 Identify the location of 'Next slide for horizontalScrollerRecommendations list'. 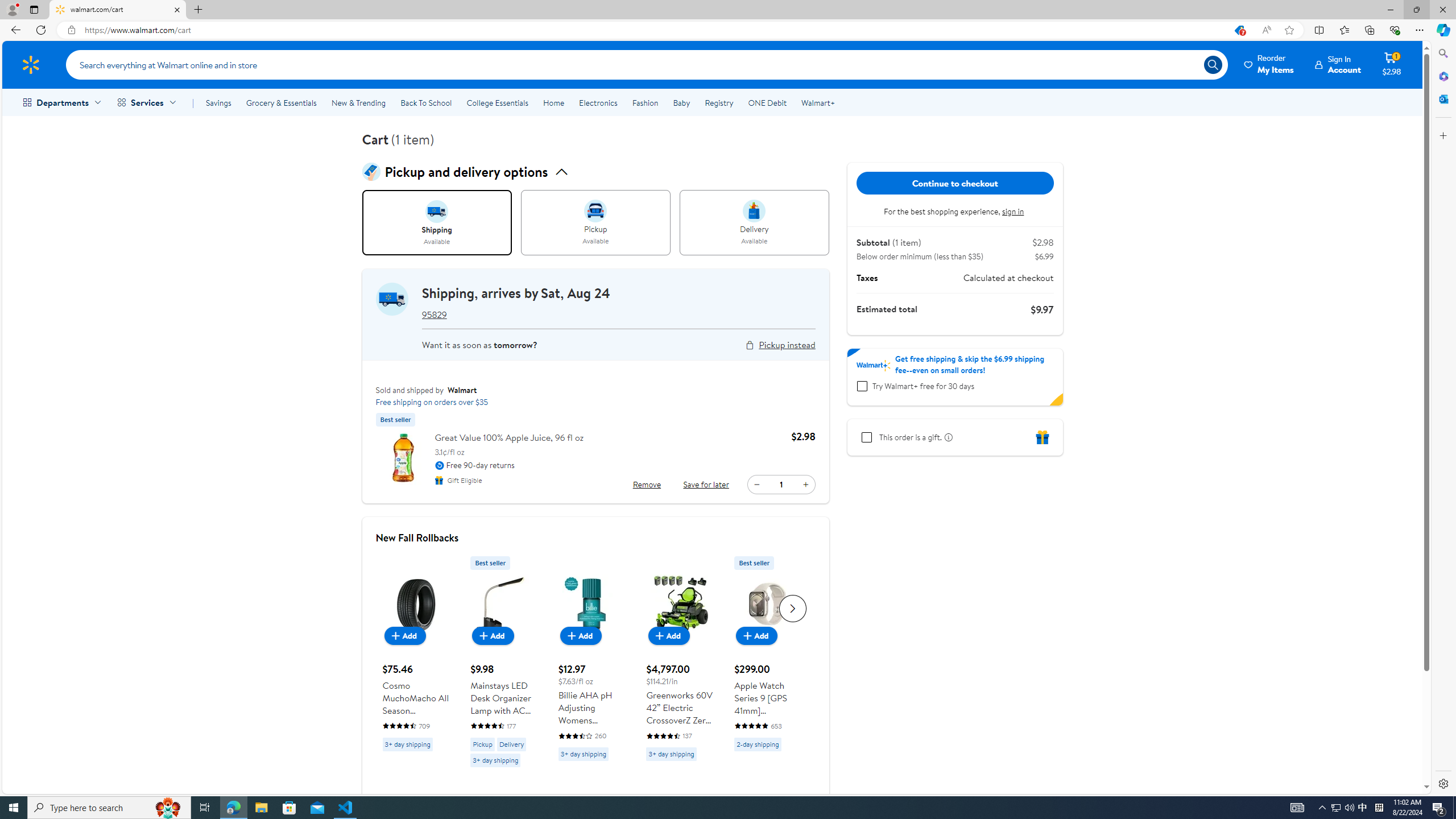
(792, 607).